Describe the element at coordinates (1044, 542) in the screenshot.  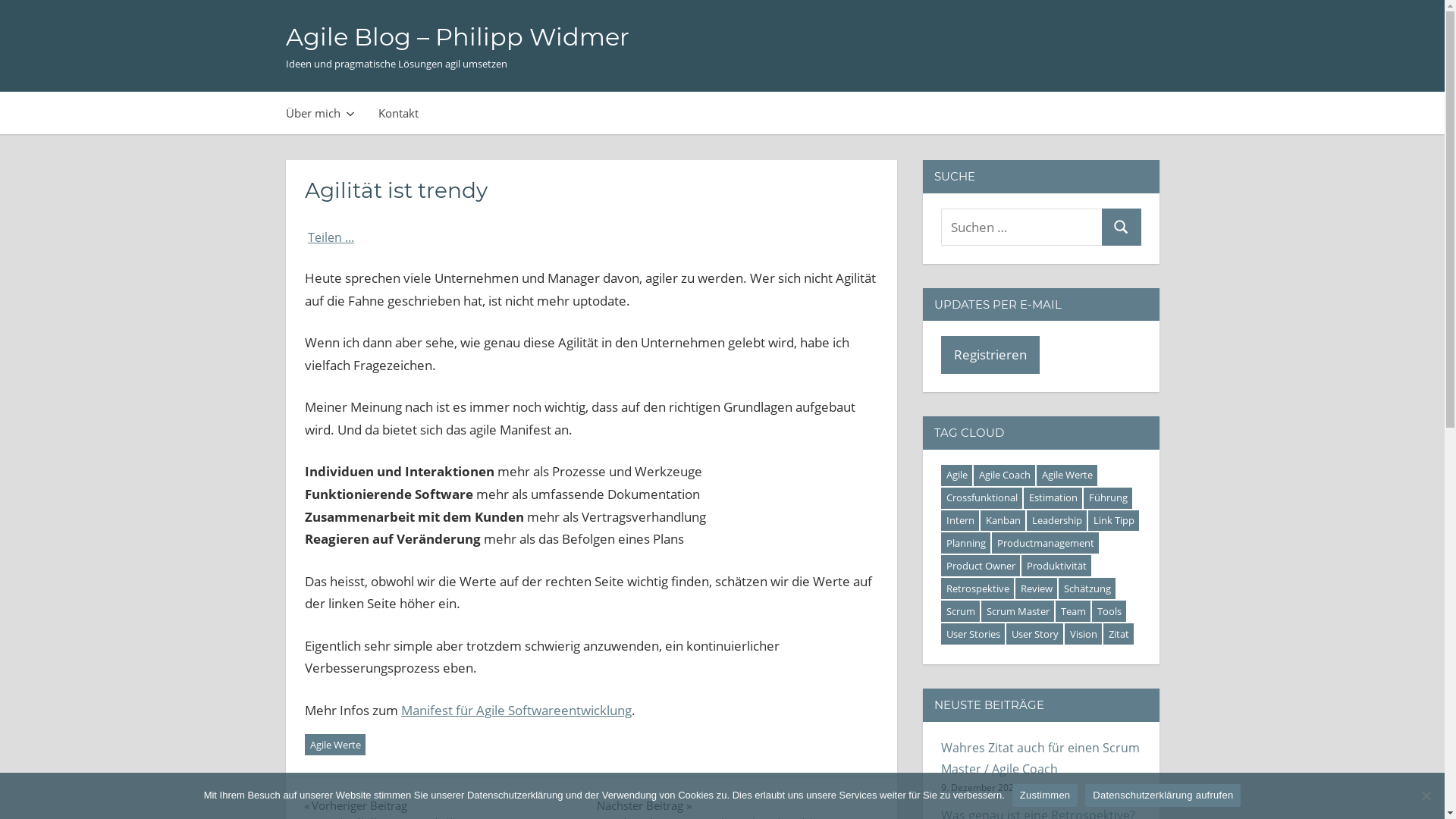
I see `'Productmanagement'` at that location.